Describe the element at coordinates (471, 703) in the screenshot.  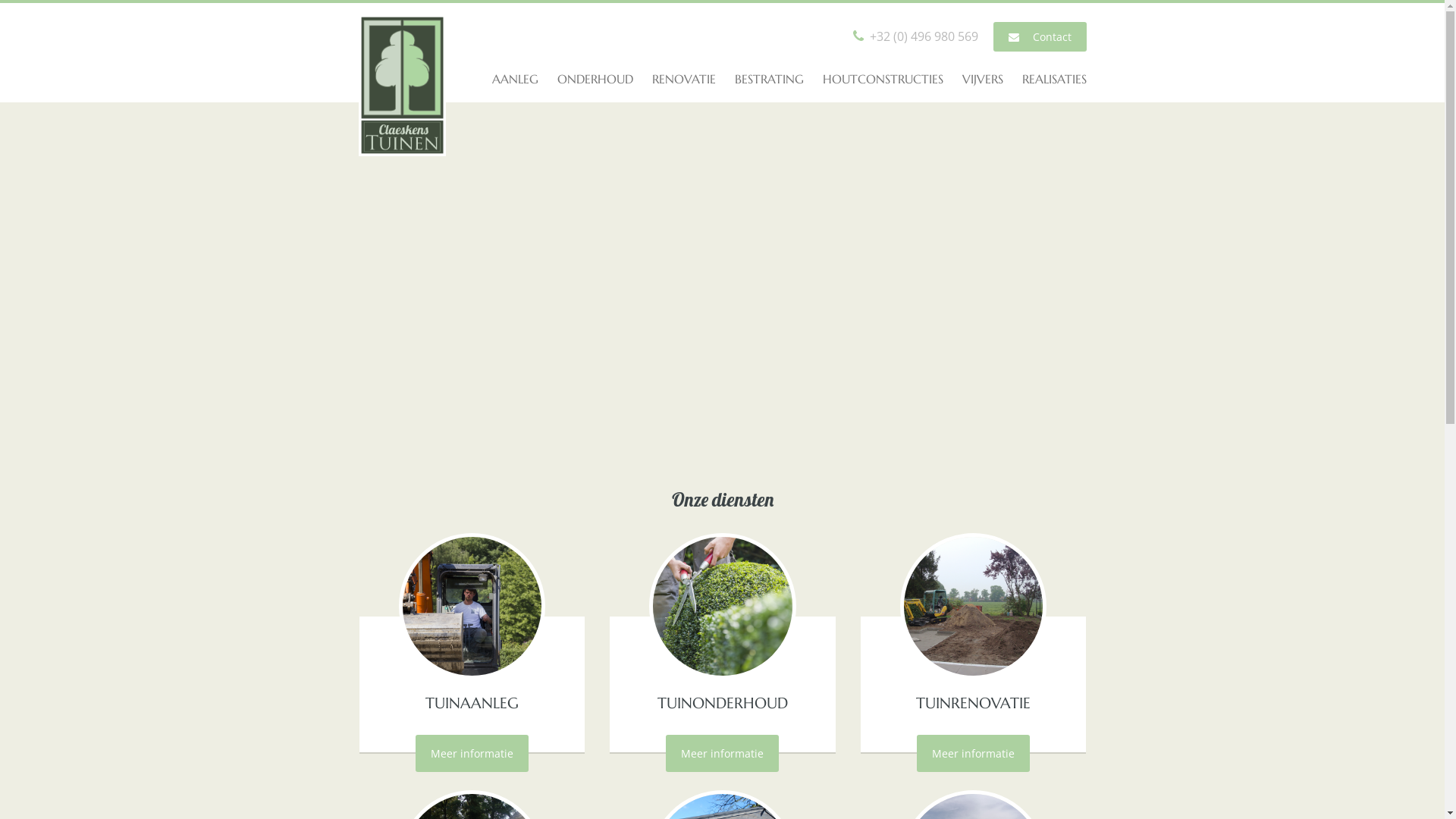
I see `'TUINAANLEG'` at that location.